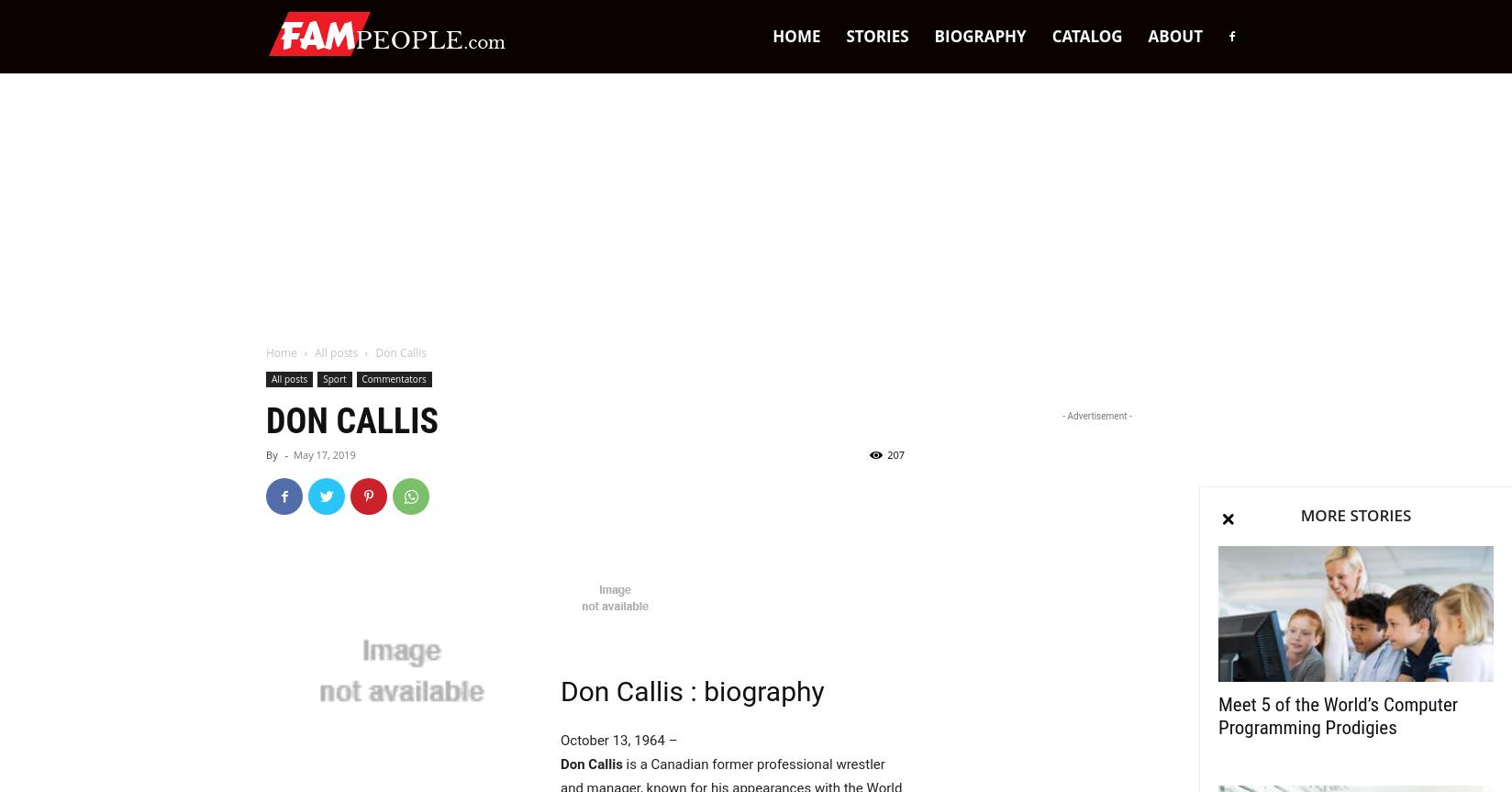 This screenshot has height=792, width=1512. Describe the element at coordinates (361, 379) in the screenshot. I see `'Commentators'` at that location.